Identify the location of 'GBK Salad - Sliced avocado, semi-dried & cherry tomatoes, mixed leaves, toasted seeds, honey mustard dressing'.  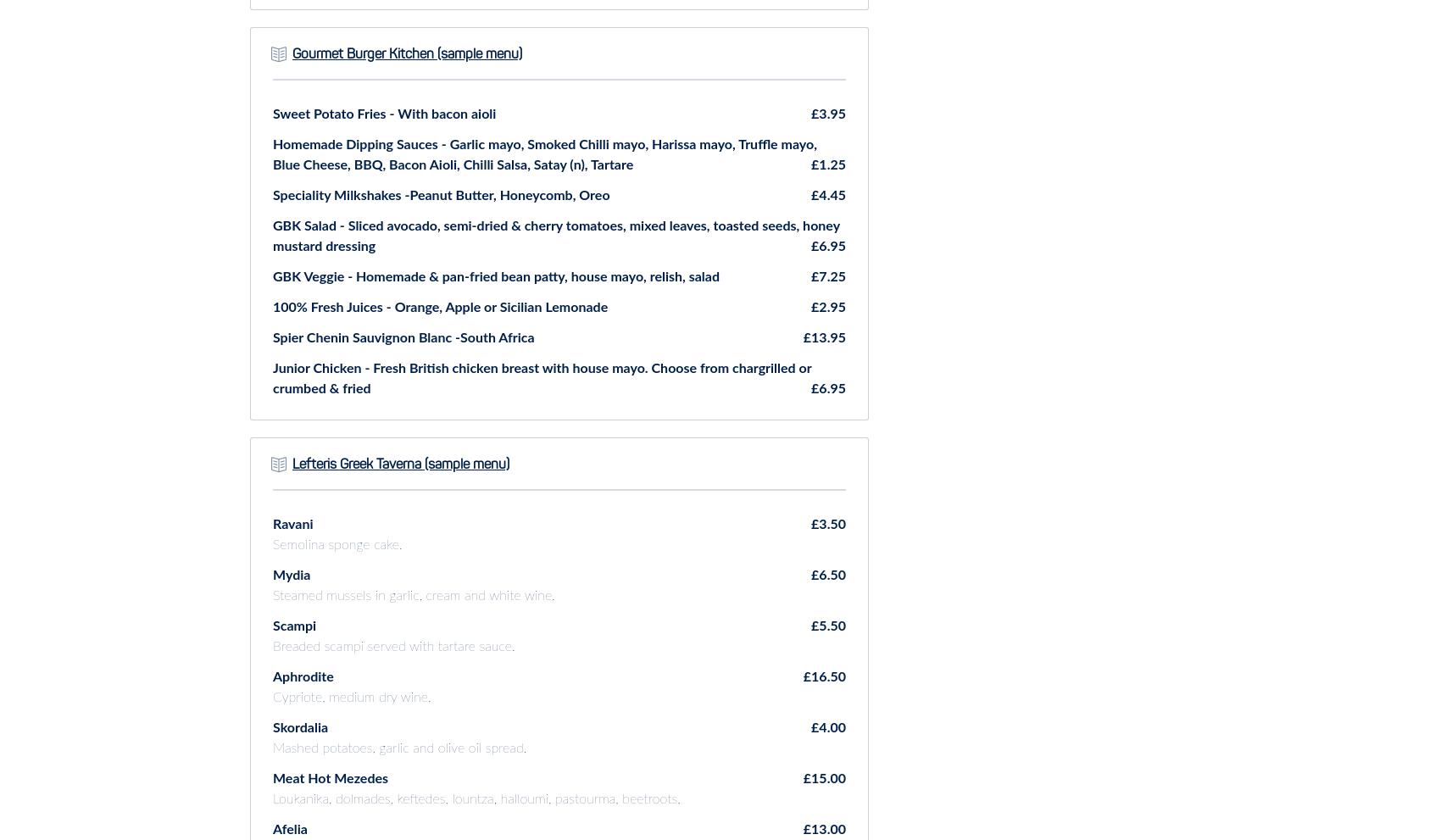
(271, 234).